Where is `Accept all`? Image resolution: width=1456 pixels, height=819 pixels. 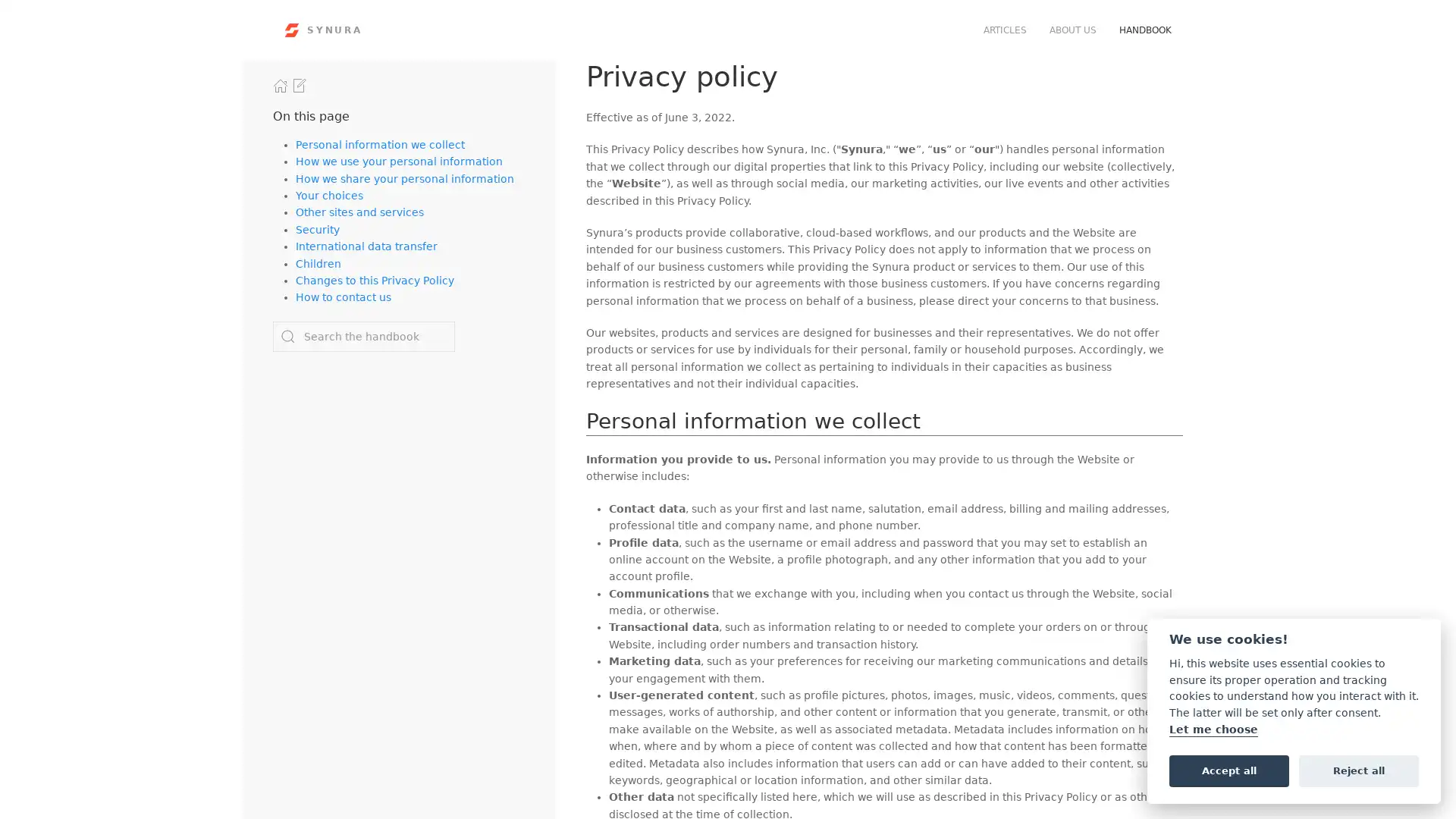 Accept all is located at coordinates (1228, 770).